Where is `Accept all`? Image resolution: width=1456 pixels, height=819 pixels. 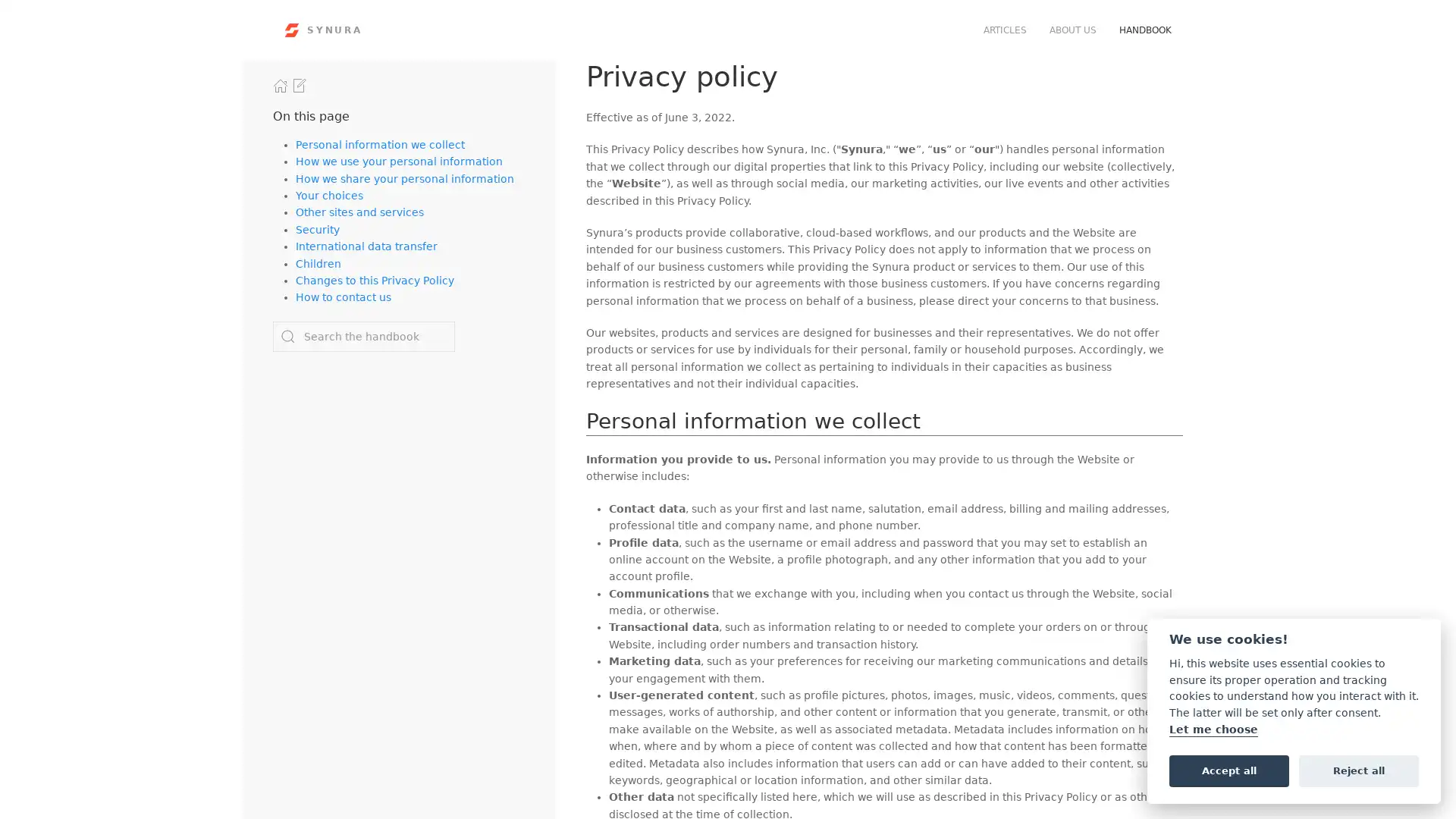 Accept all is located at coordinates (1228, 770).